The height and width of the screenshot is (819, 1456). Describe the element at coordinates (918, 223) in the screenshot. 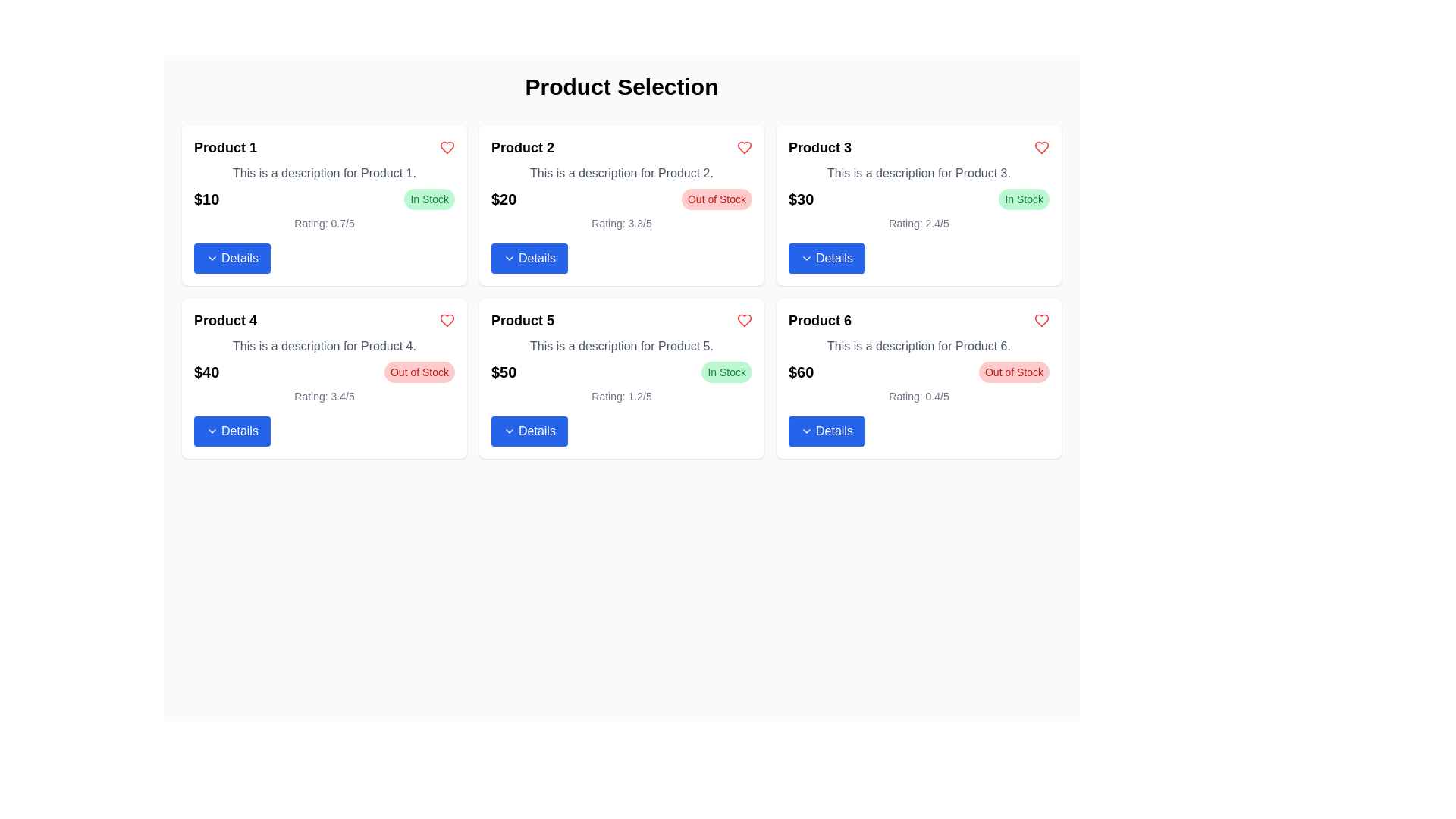

I see `text label displaying 'Rating: 2.4/5' located within the card for Product 3, positioned below the price '$30' and above the 'Details' button` at that location.